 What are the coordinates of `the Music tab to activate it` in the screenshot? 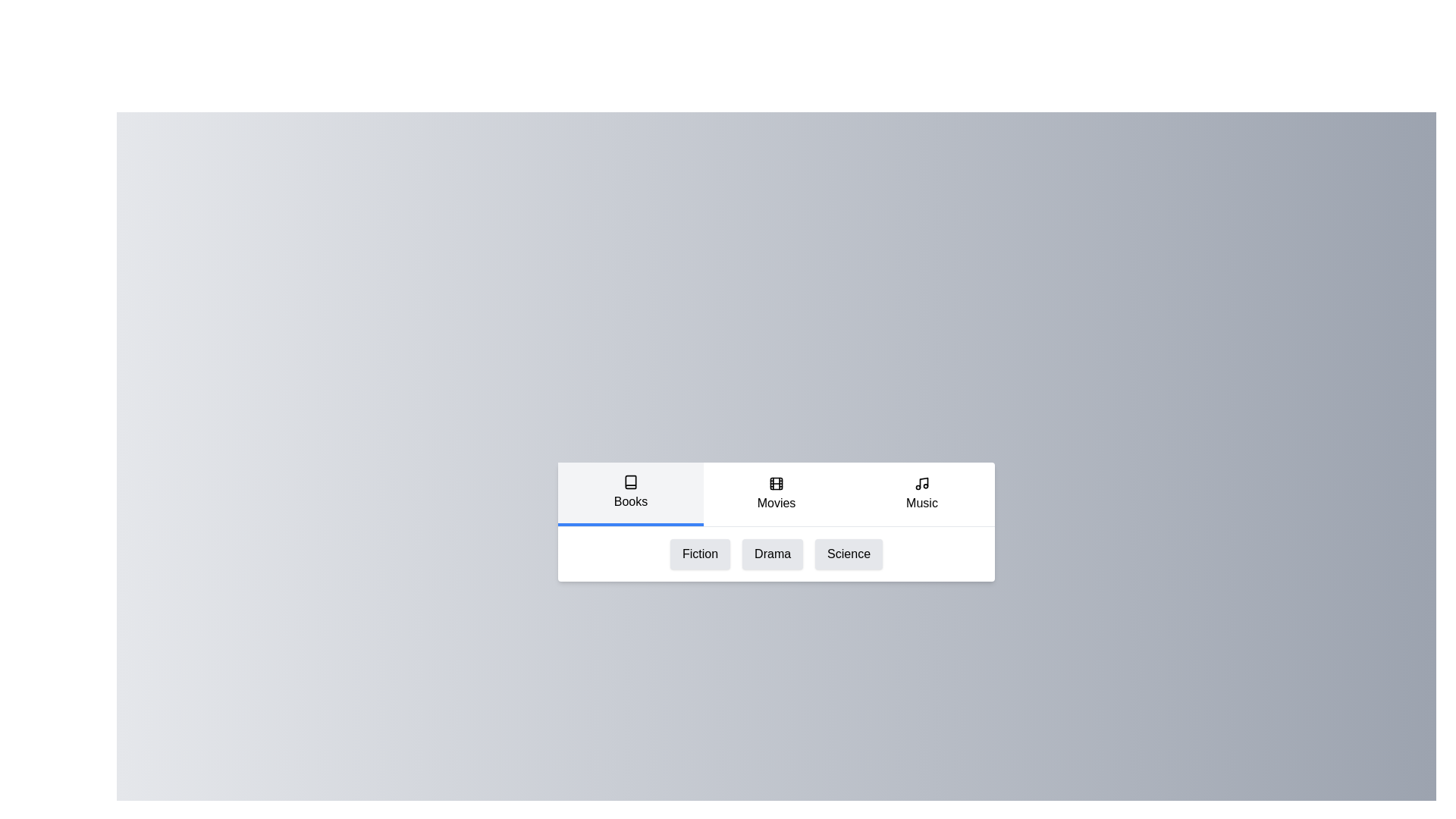 It's located at (921, 494).